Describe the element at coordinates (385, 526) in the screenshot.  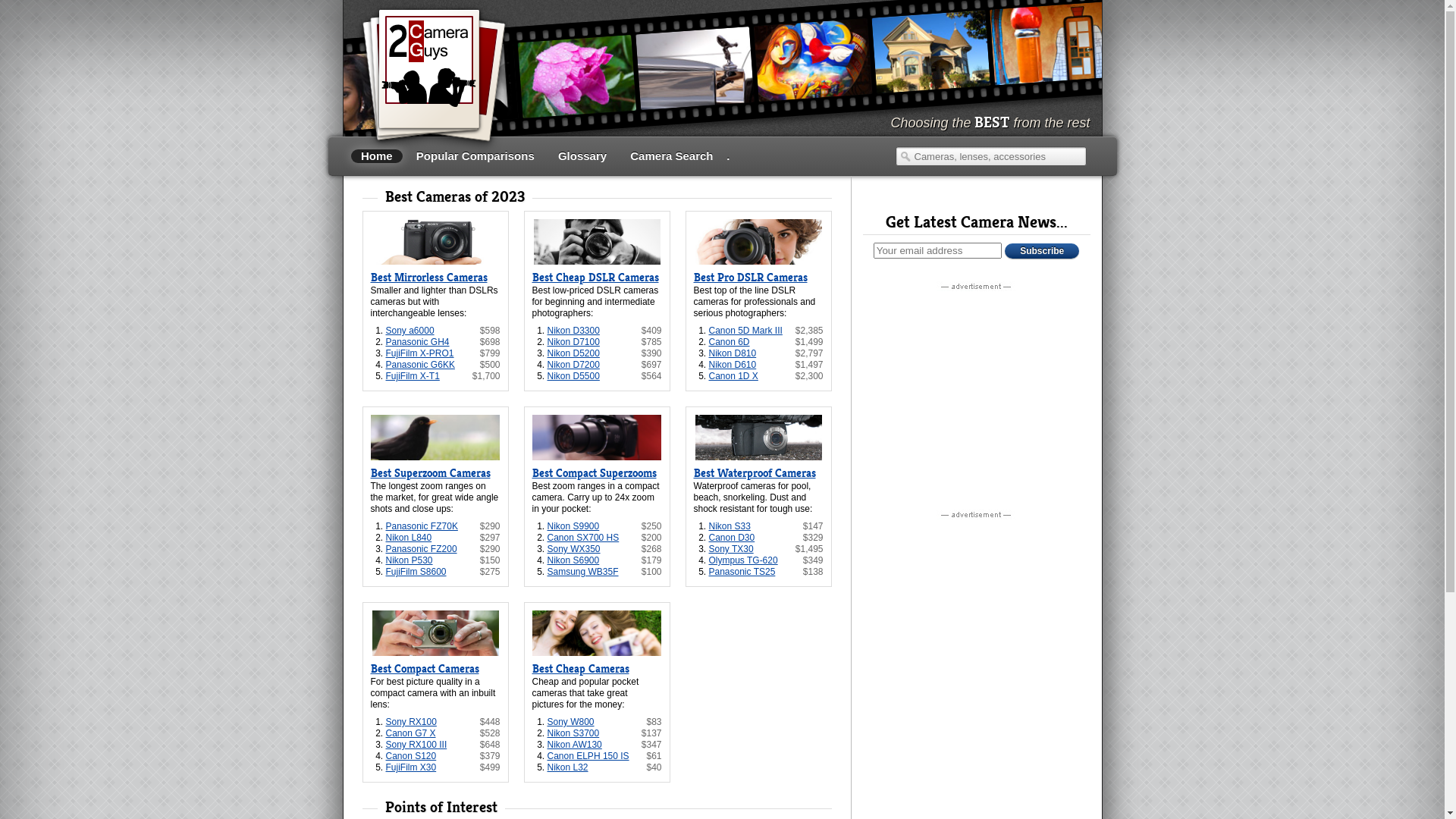
I see `'Panasonic FZ70K'` at that location.